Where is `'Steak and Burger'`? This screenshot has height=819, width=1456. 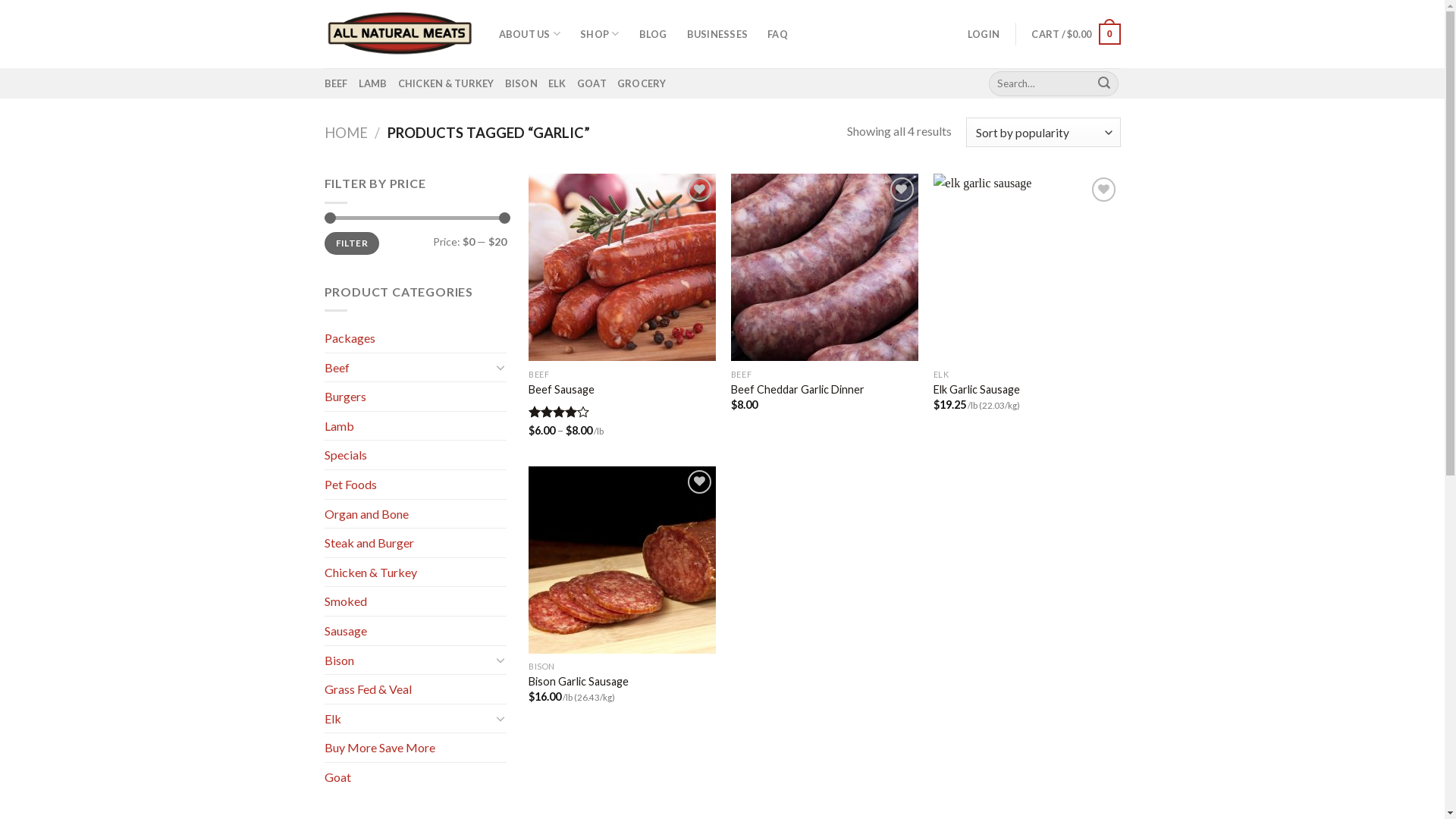 'Steak and Burger' is located at coordinates (415, 542).